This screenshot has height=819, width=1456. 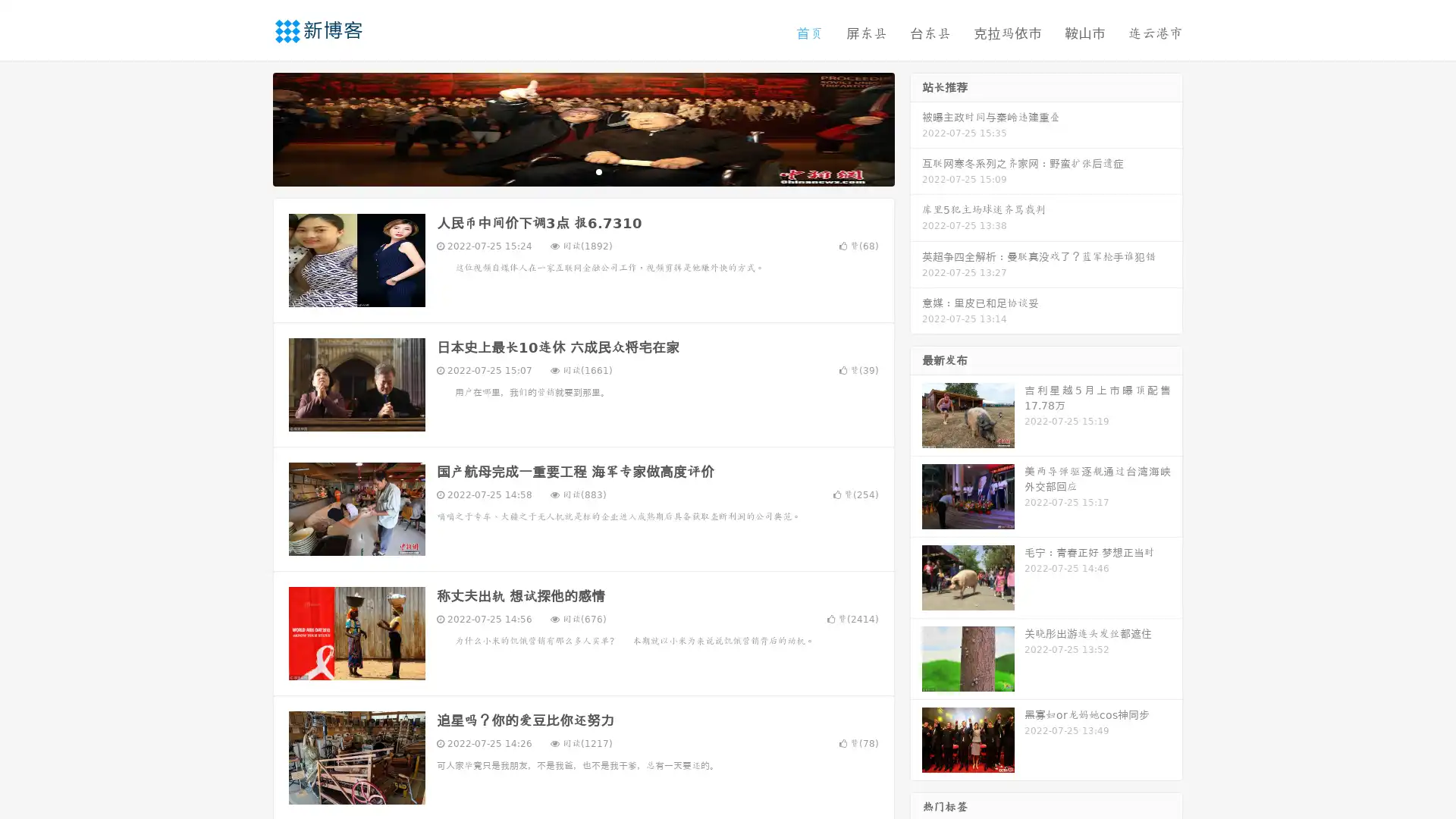 I want to click on Go to slide 1, so click(x=567, y=171).